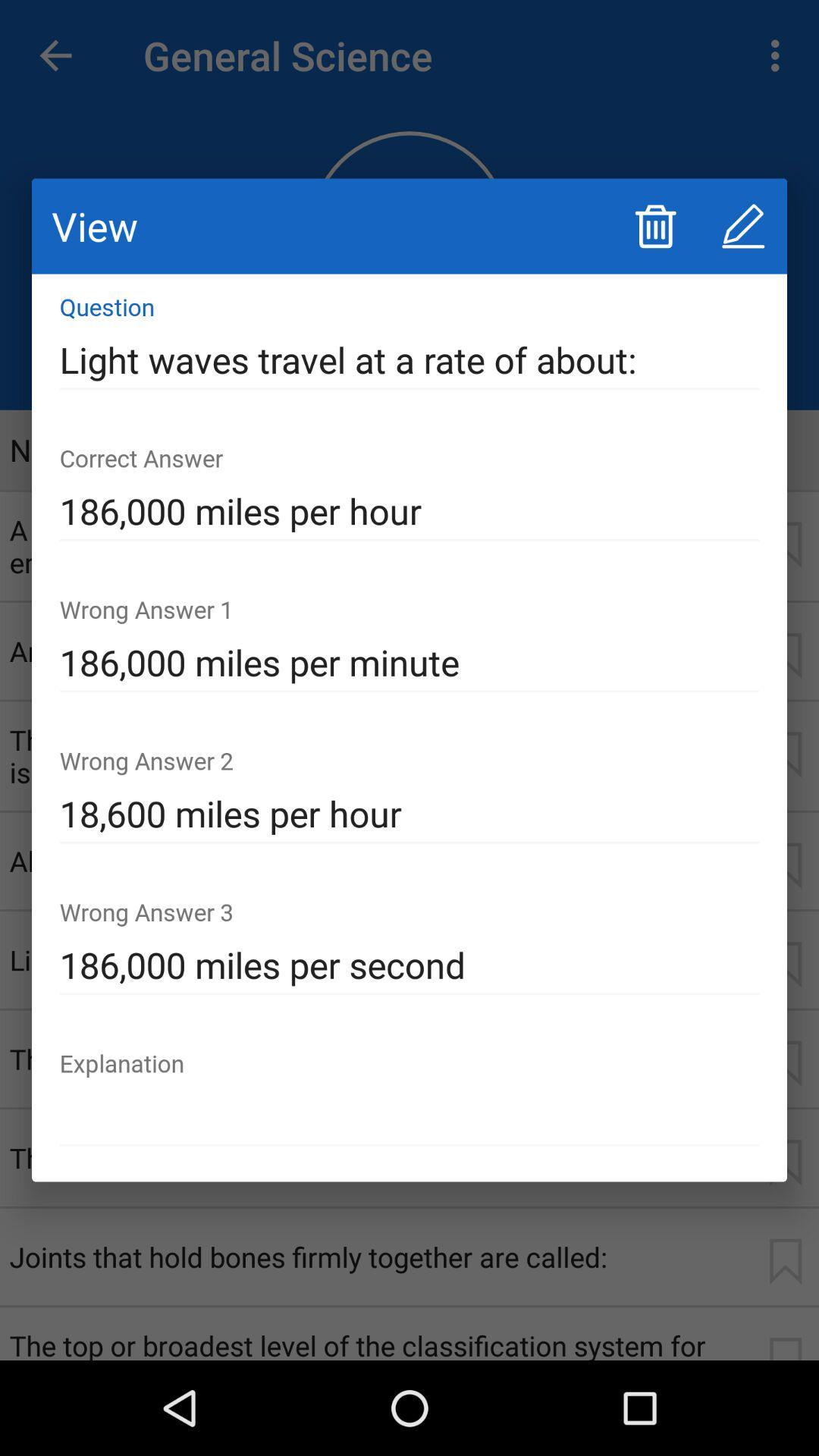 Image resolution: width=819 pixels, height=1456 pixels. What do you see at coordinates (409, 814) in the screenshot?
I see `the item below the 186 000 miles icon` at bounding box center [409, 814].